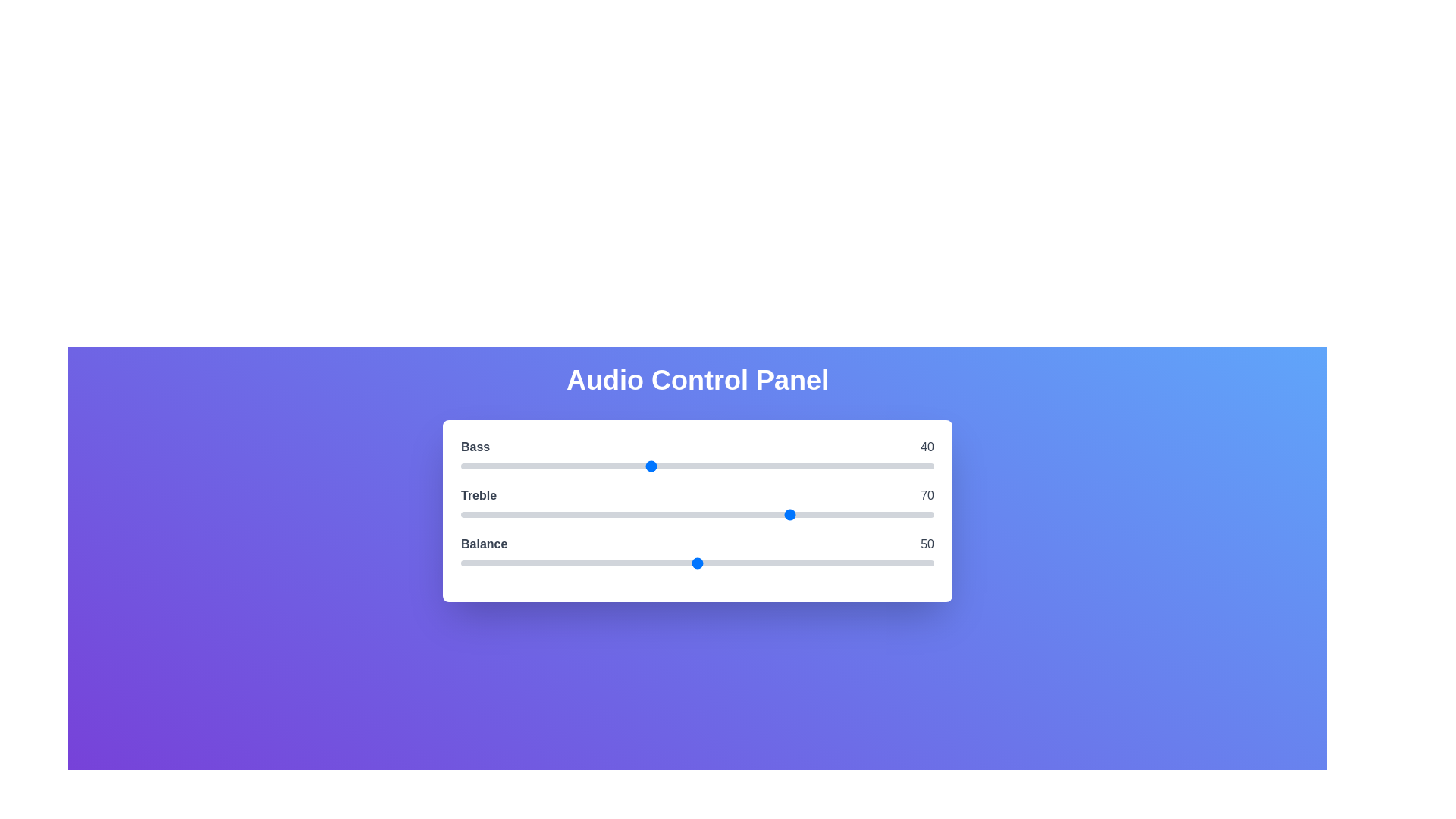  I want to click on the 0 slider to 29, so click(597, 465).